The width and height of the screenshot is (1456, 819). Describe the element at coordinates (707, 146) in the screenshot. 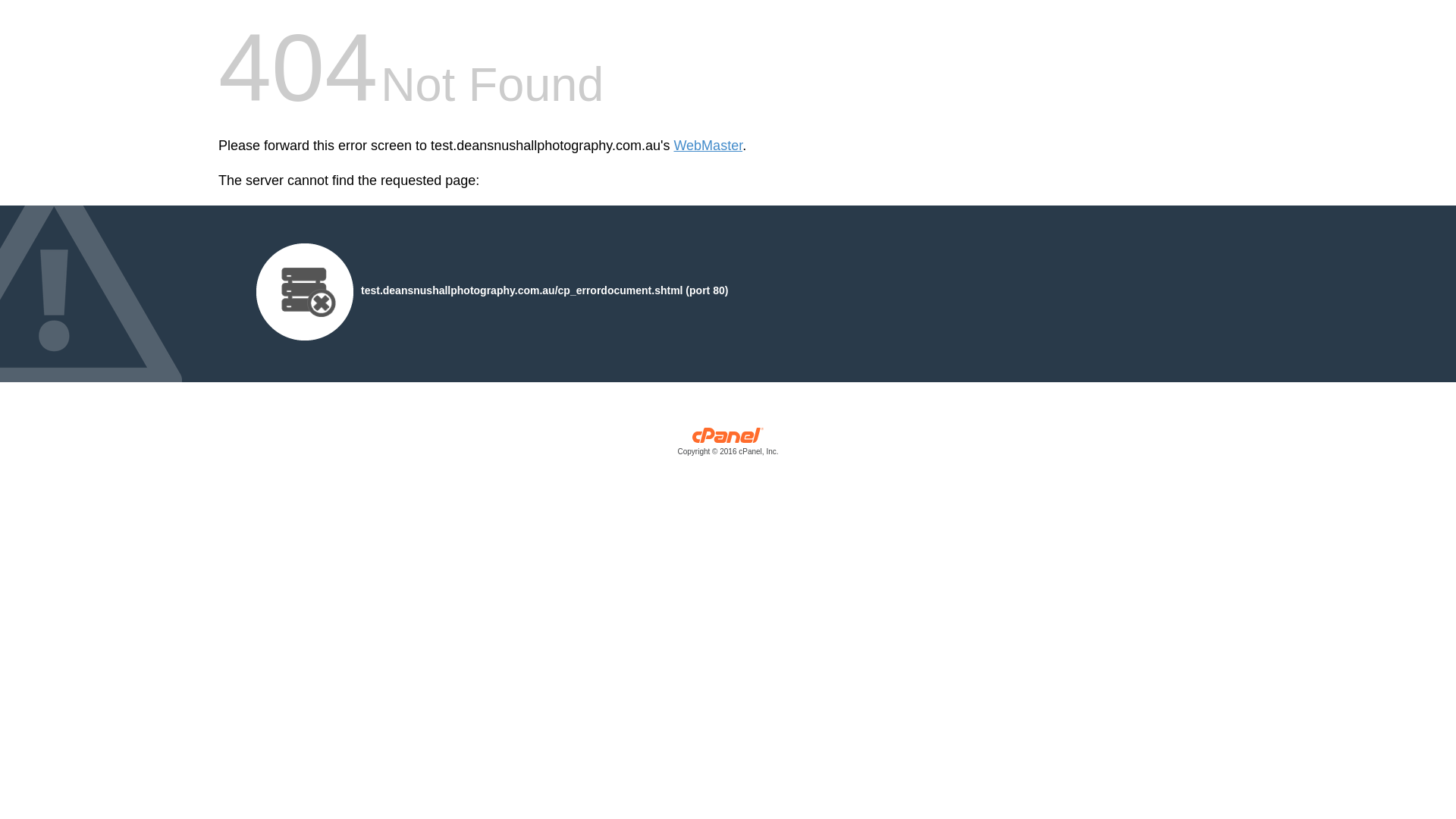

I see `'WebMaster'` at that location.